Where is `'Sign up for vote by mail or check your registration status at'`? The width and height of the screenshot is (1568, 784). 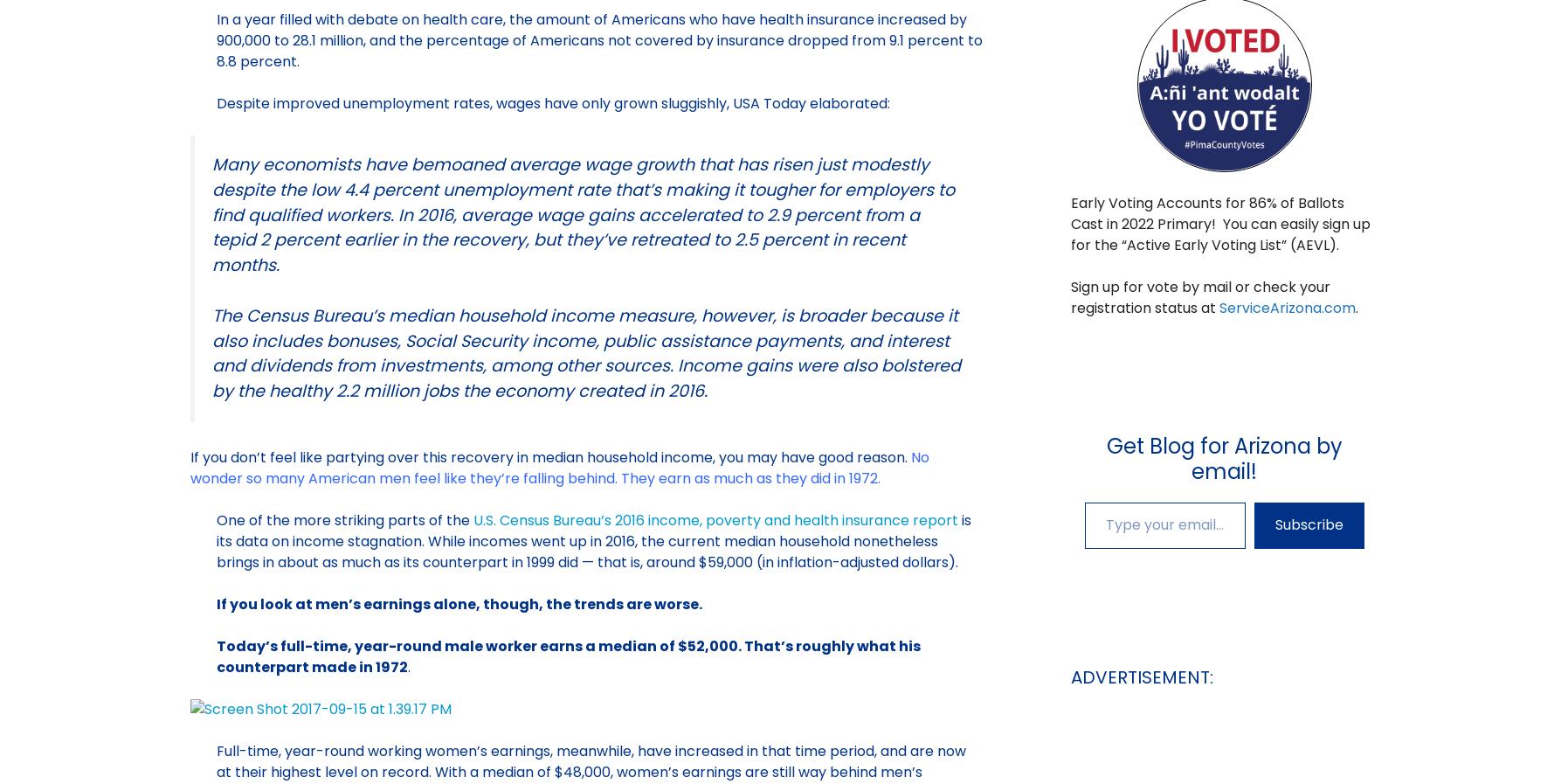
'Sign up for vote by mail or check your registration status at' is located at coordinates (1069, 296).